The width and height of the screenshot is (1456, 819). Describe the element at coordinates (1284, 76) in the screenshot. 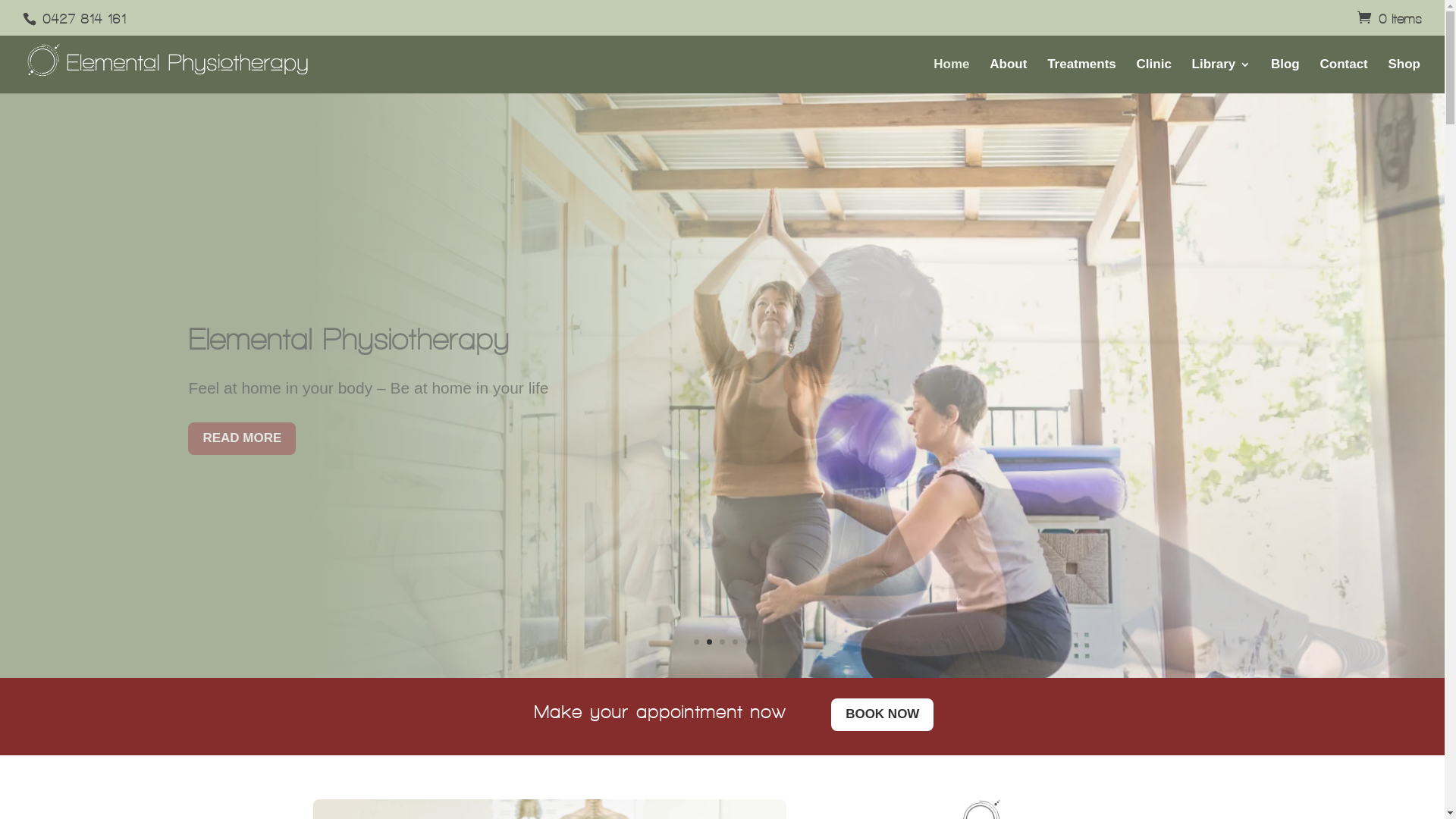

I see `'Blog'` at that location.